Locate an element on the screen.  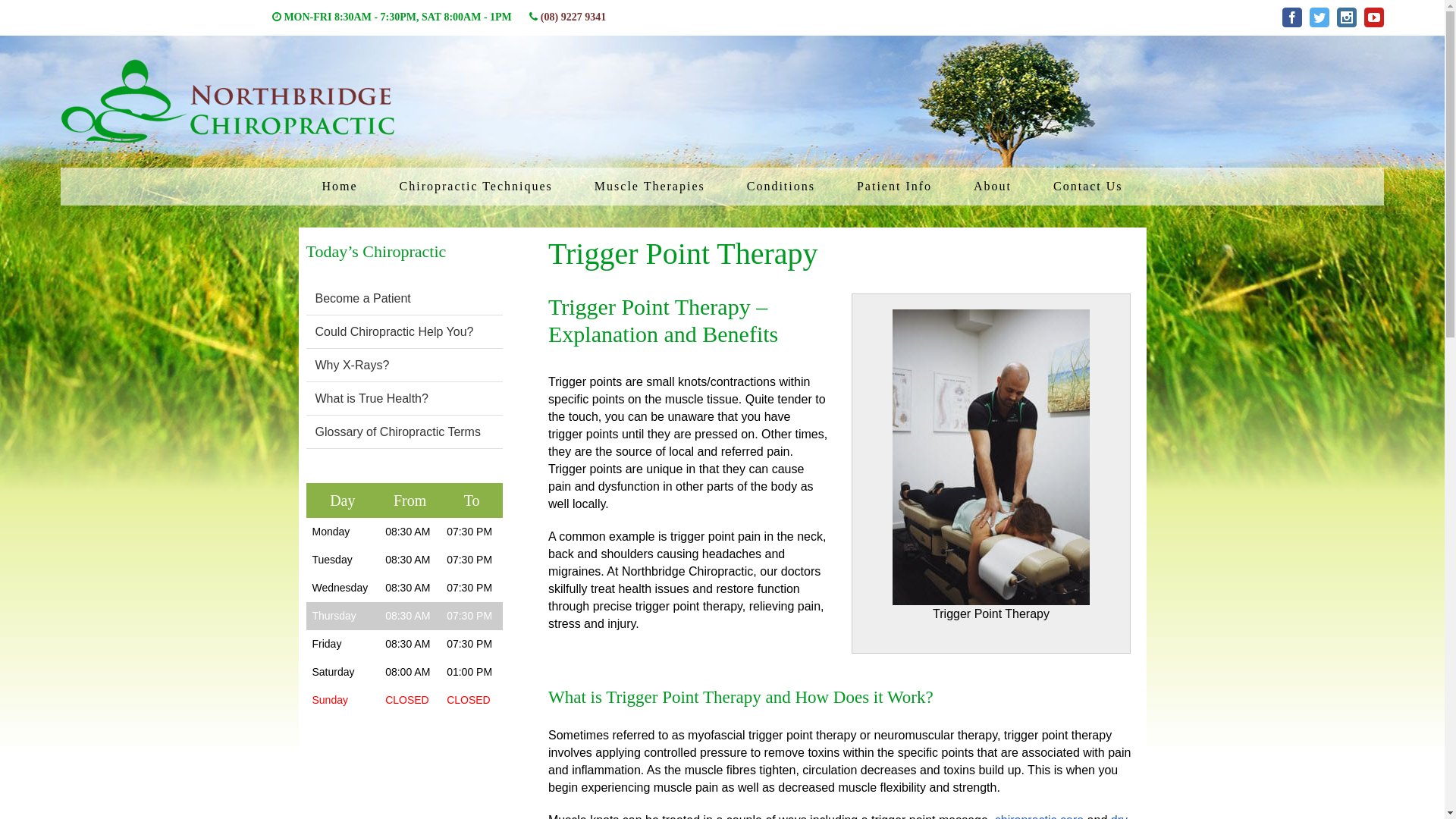
'Instagram' is located at coordinates (1347, 17).